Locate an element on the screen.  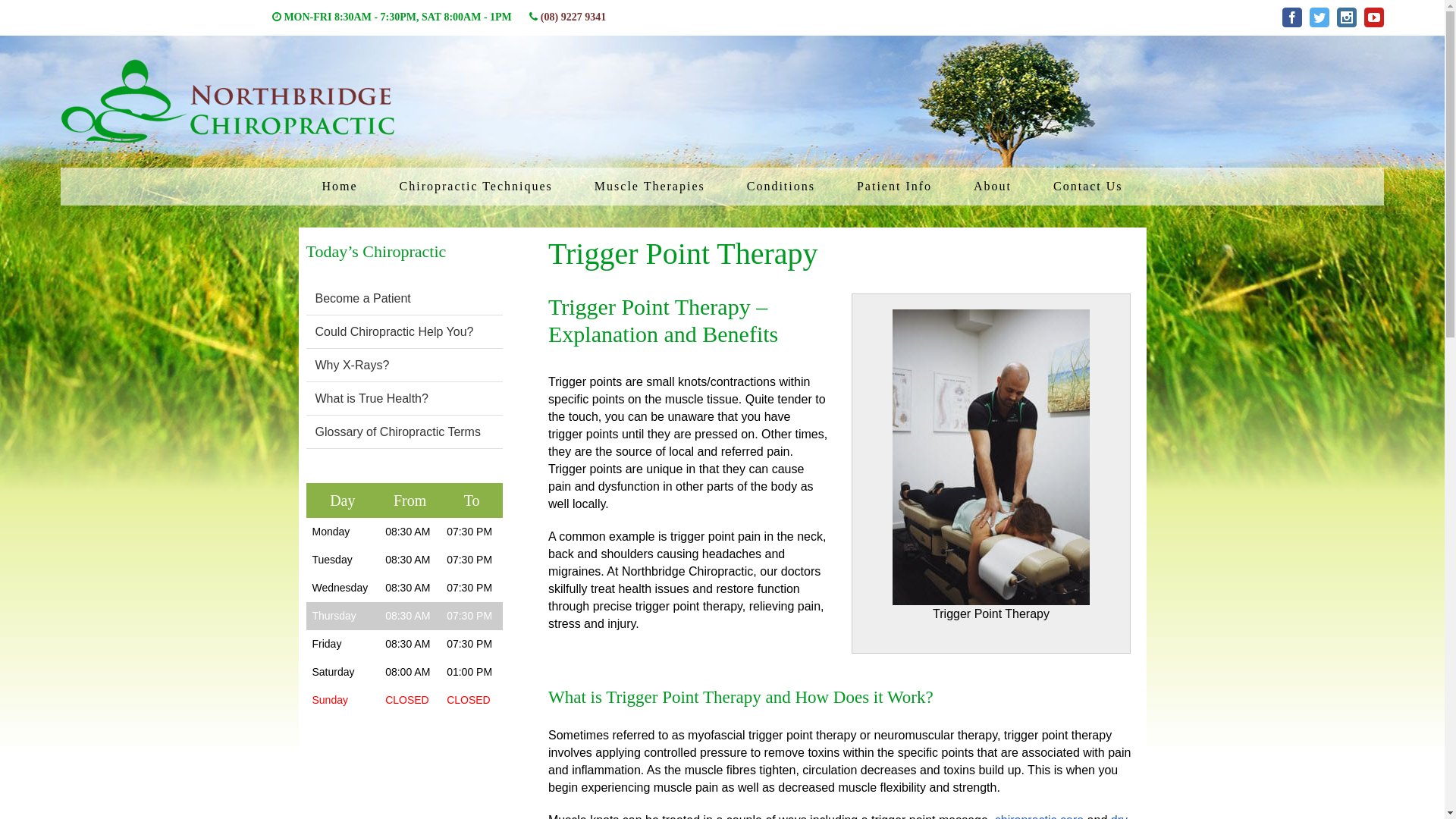
'Instagram' is located at coordinates (1347, 17).